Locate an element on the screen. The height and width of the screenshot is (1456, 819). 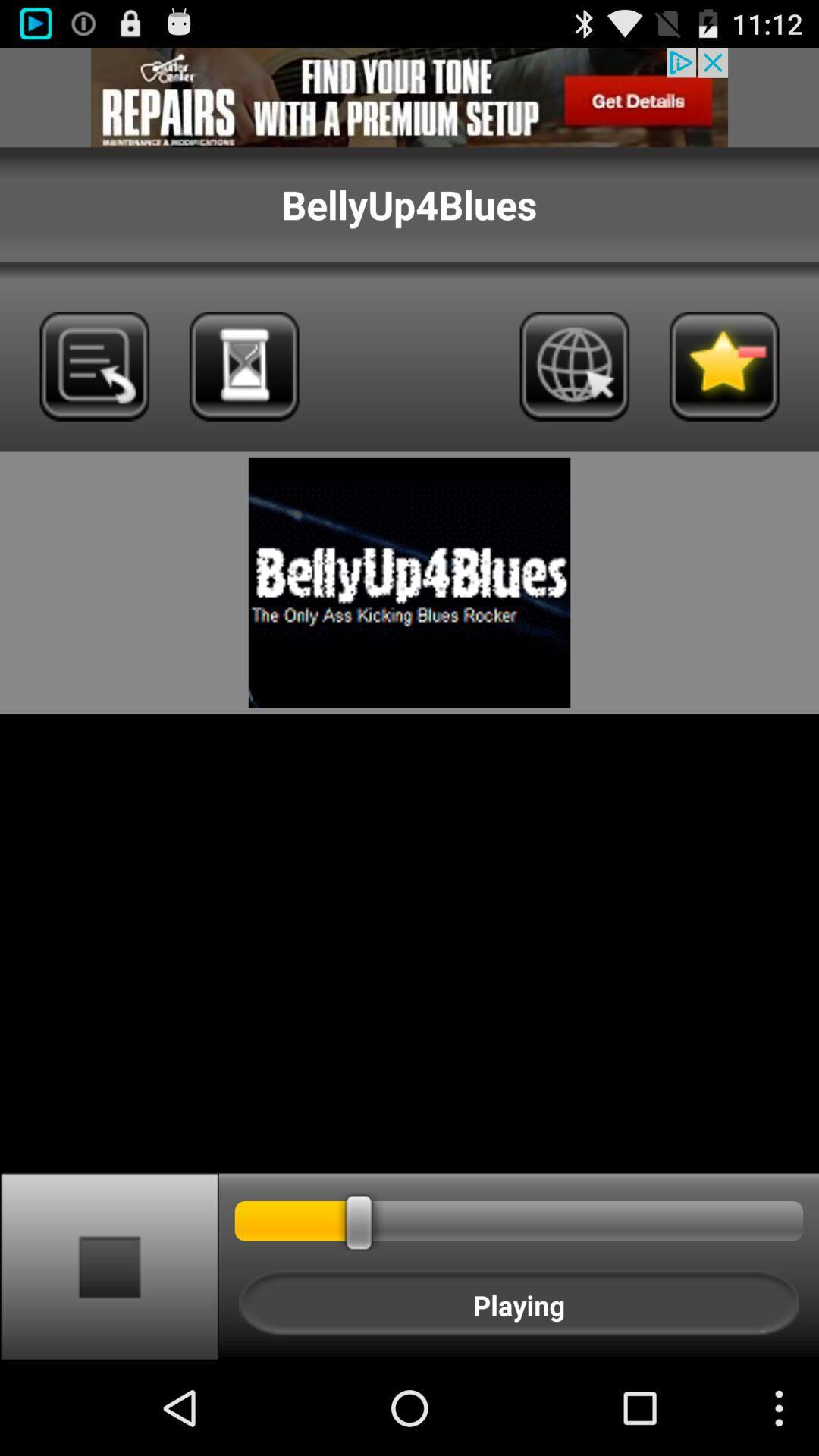
the wallpaper icon is located at coordinates (243, 392).